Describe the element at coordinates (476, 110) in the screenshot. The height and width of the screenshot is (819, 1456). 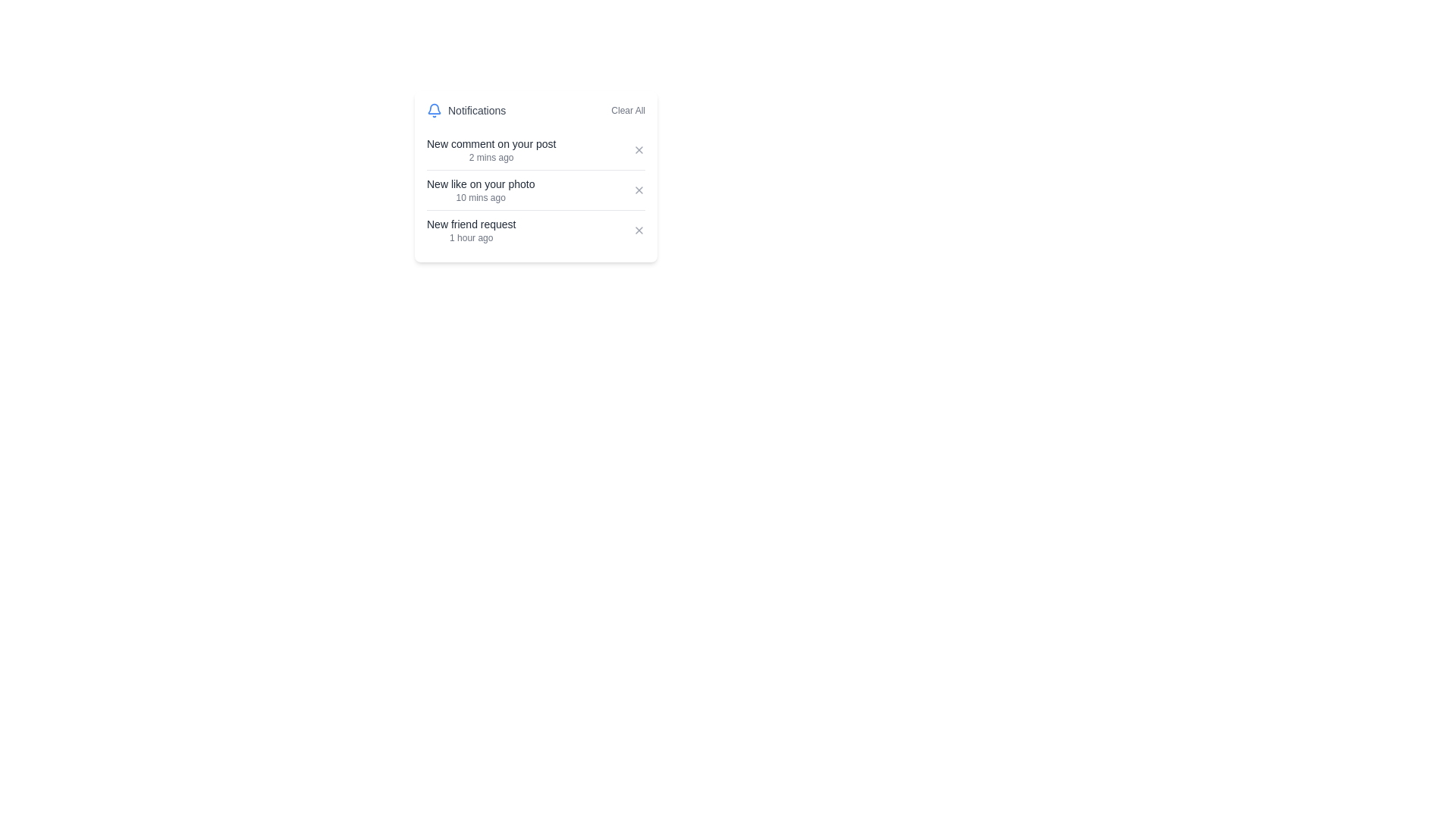
I see `the notifications section header label located centrally at the top of the notification dropdown panel, positioned to the right of a bell icon` at that location.